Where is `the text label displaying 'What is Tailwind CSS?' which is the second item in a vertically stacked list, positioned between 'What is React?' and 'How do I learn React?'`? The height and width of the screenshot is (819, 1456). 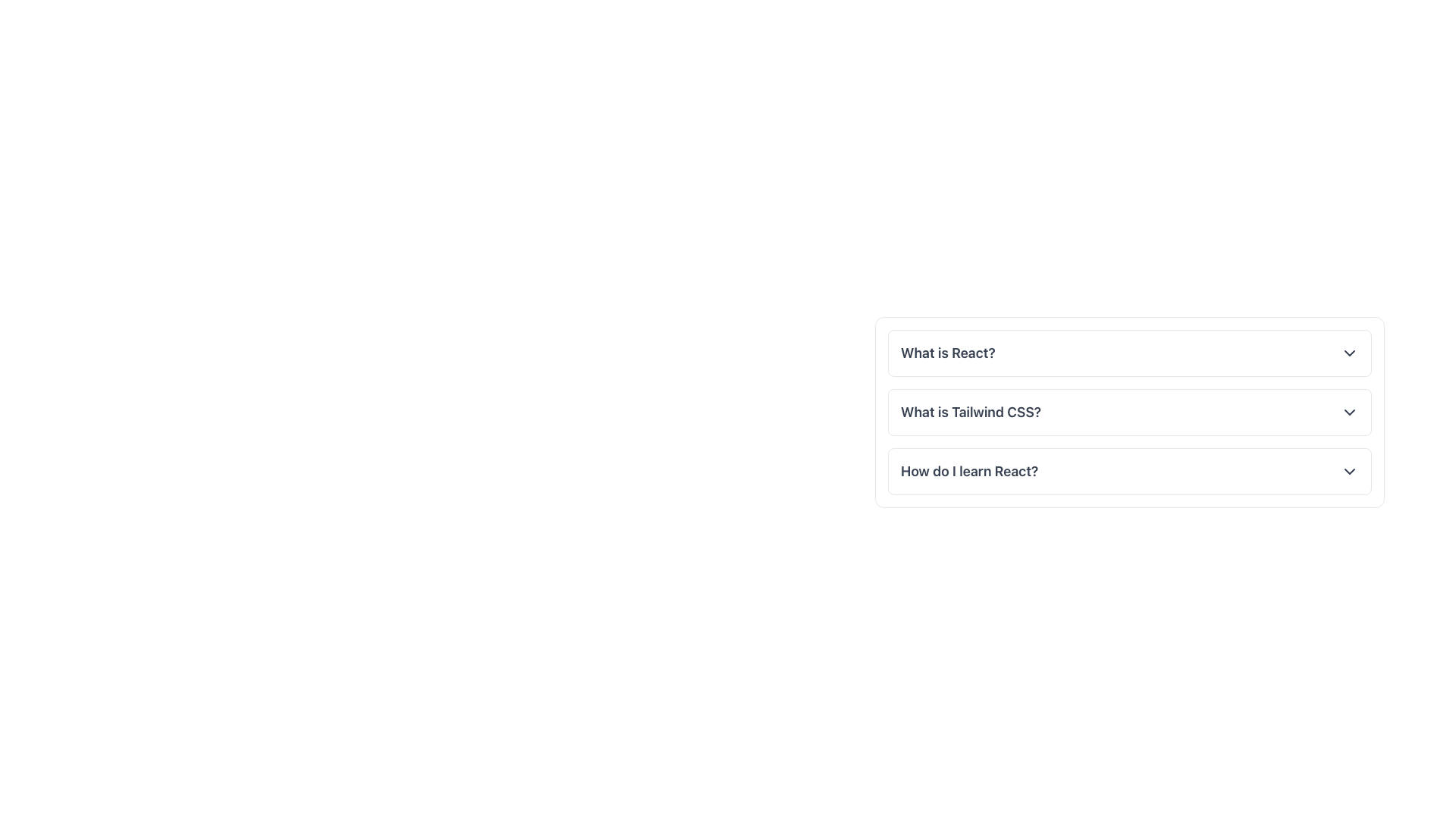
the text label displaying 'What is Tailwind CSS?' which is the second item in a vertically stacked list, positioned between 'What is React?' and 'How do I learn React?' is located at coordinates (971, 412).